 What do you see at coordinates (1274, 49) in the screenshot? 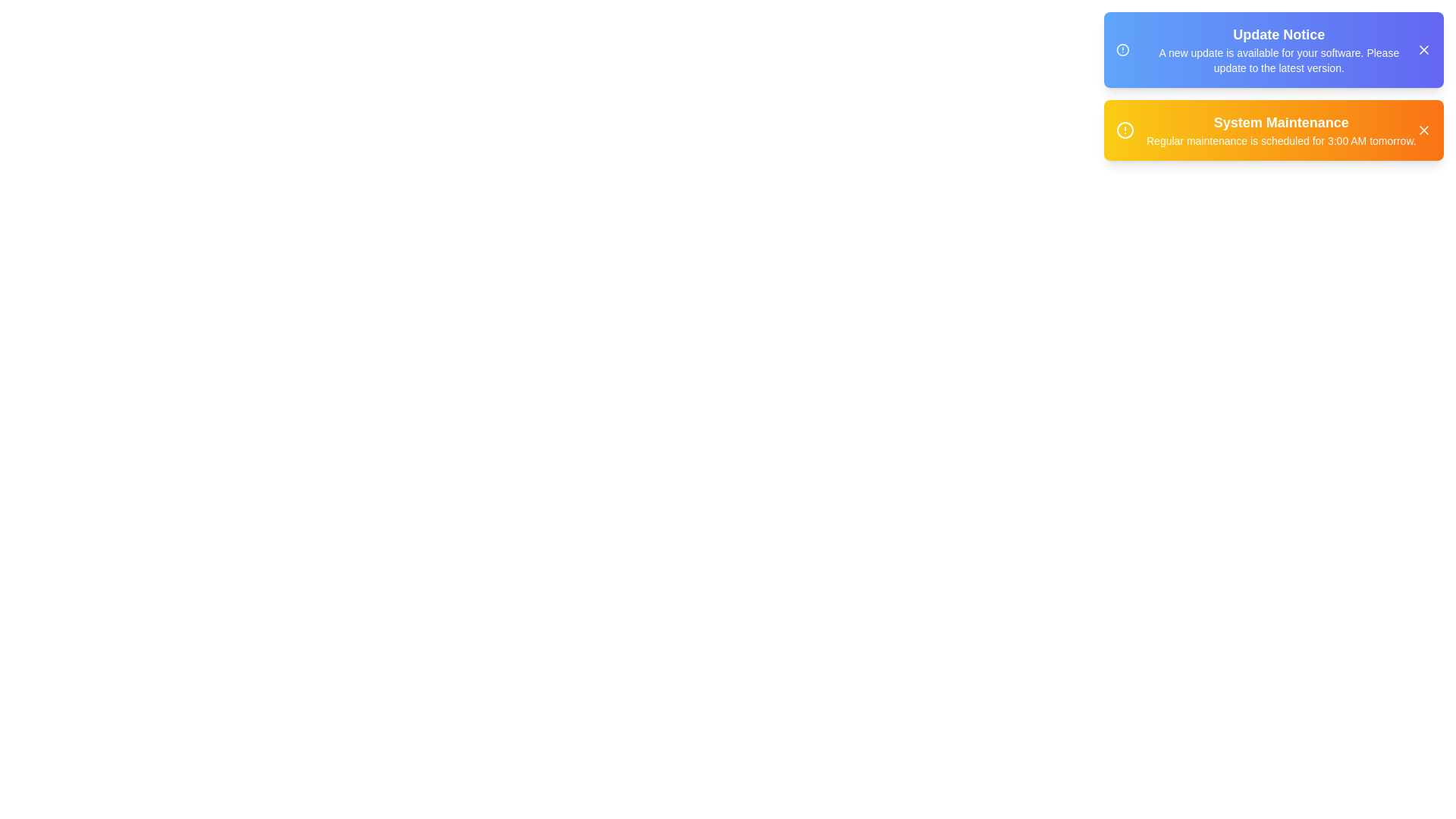
I see `the alert to examine its title and content closely` at bounding box center [1274, 49].